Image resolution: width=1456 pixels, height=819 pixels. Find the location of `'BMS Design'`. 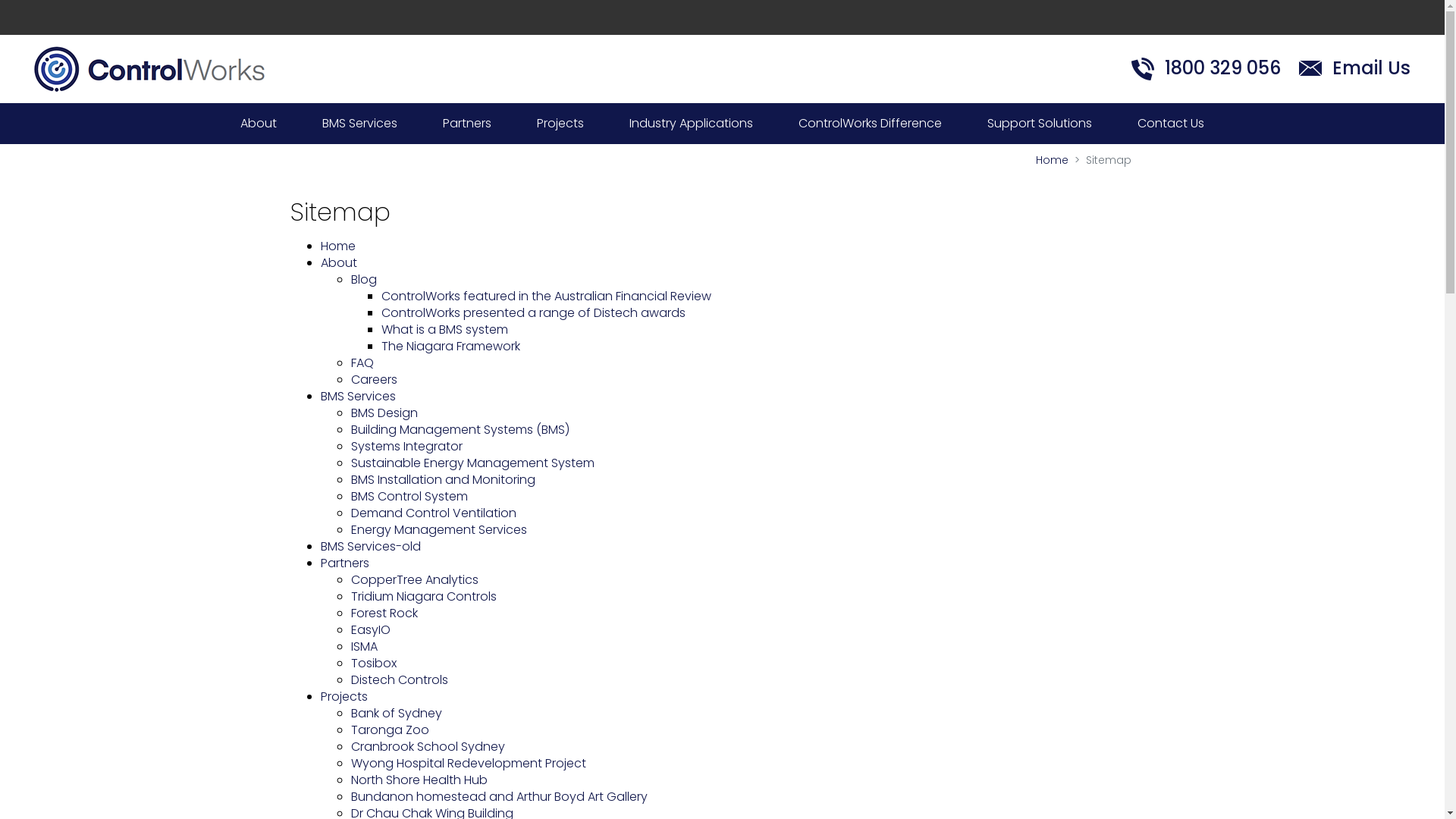

'BMS Design' is located at coordinates (383, 413).